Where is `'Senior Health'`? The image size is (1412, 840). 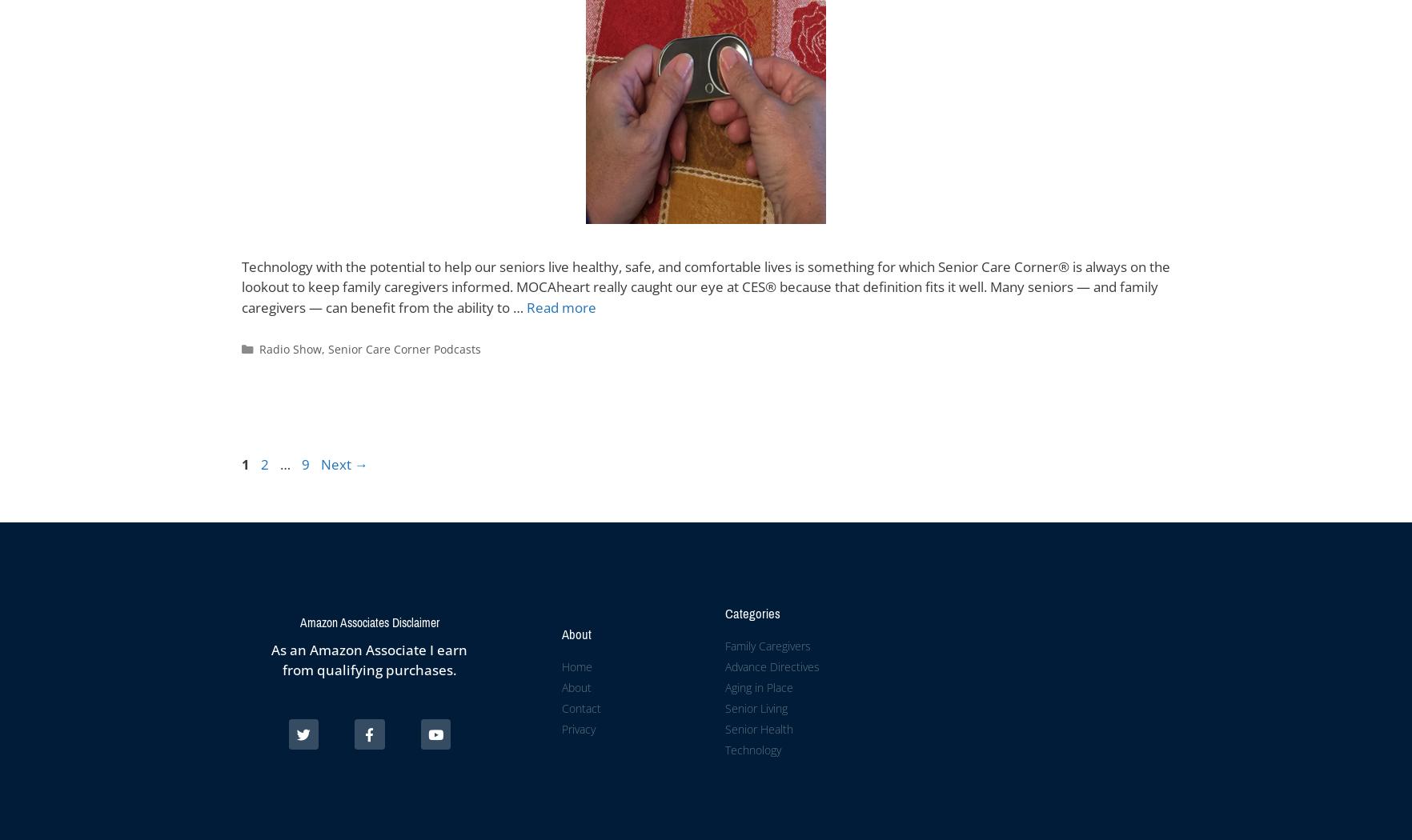 'Senior Health' is located at coordinates (757, 728).